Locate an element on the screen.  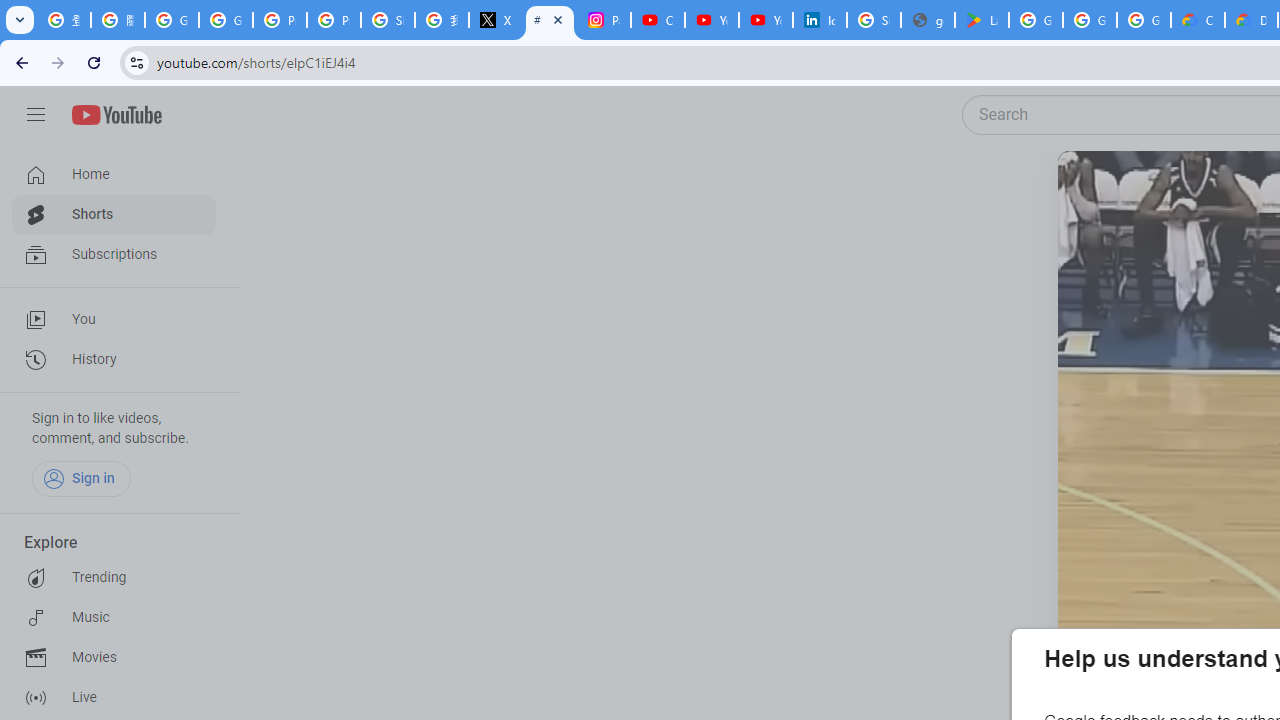
'Google Workspace - Specific Terms' is located at coordinates (1144, 20).